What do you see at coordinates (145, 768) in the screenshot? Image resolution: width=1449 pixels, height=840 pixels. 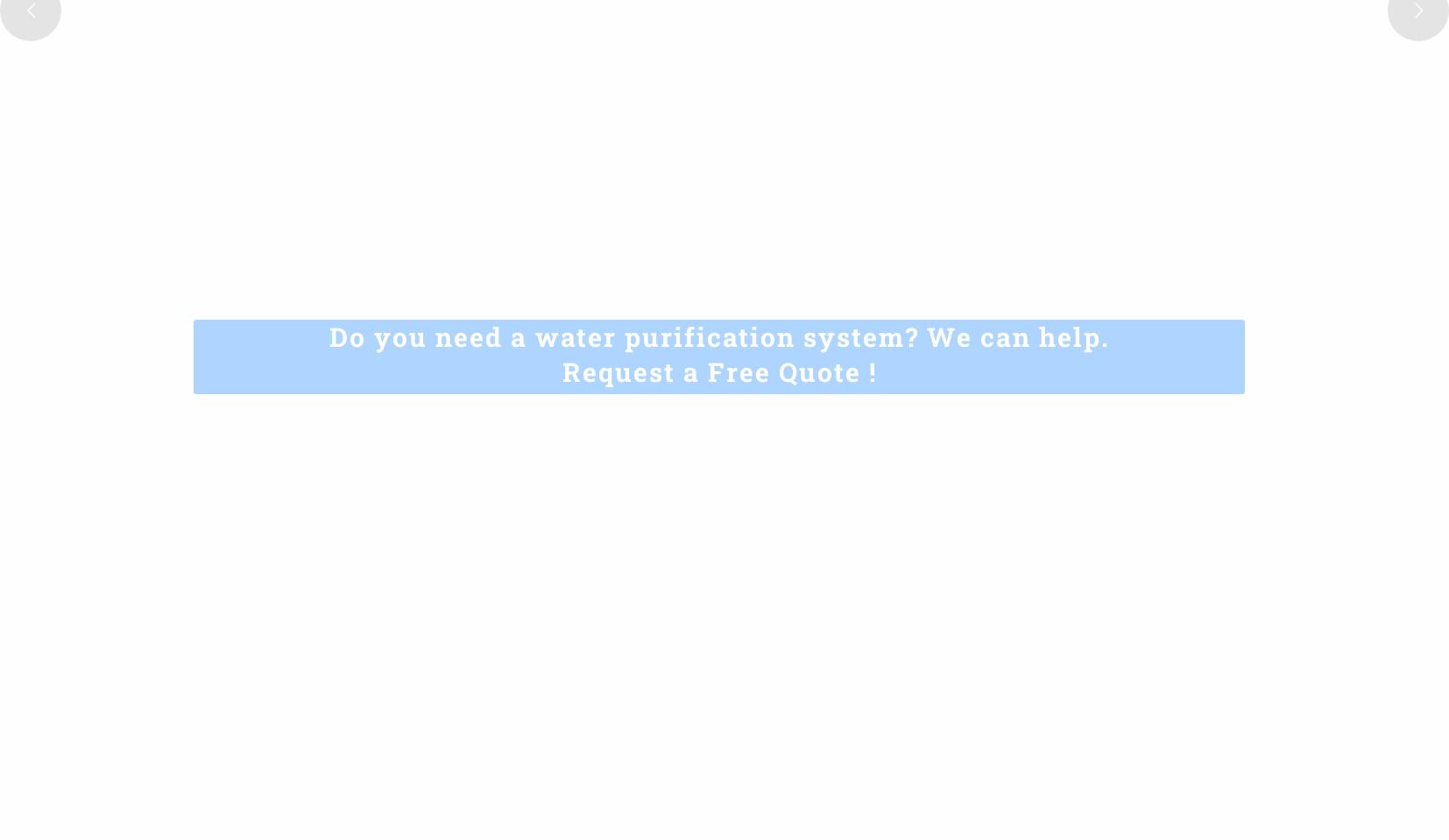 I see `'Monday - Friday 8:00 a.m. - 4:00 p.m.'` at bounding box center [145, 768].